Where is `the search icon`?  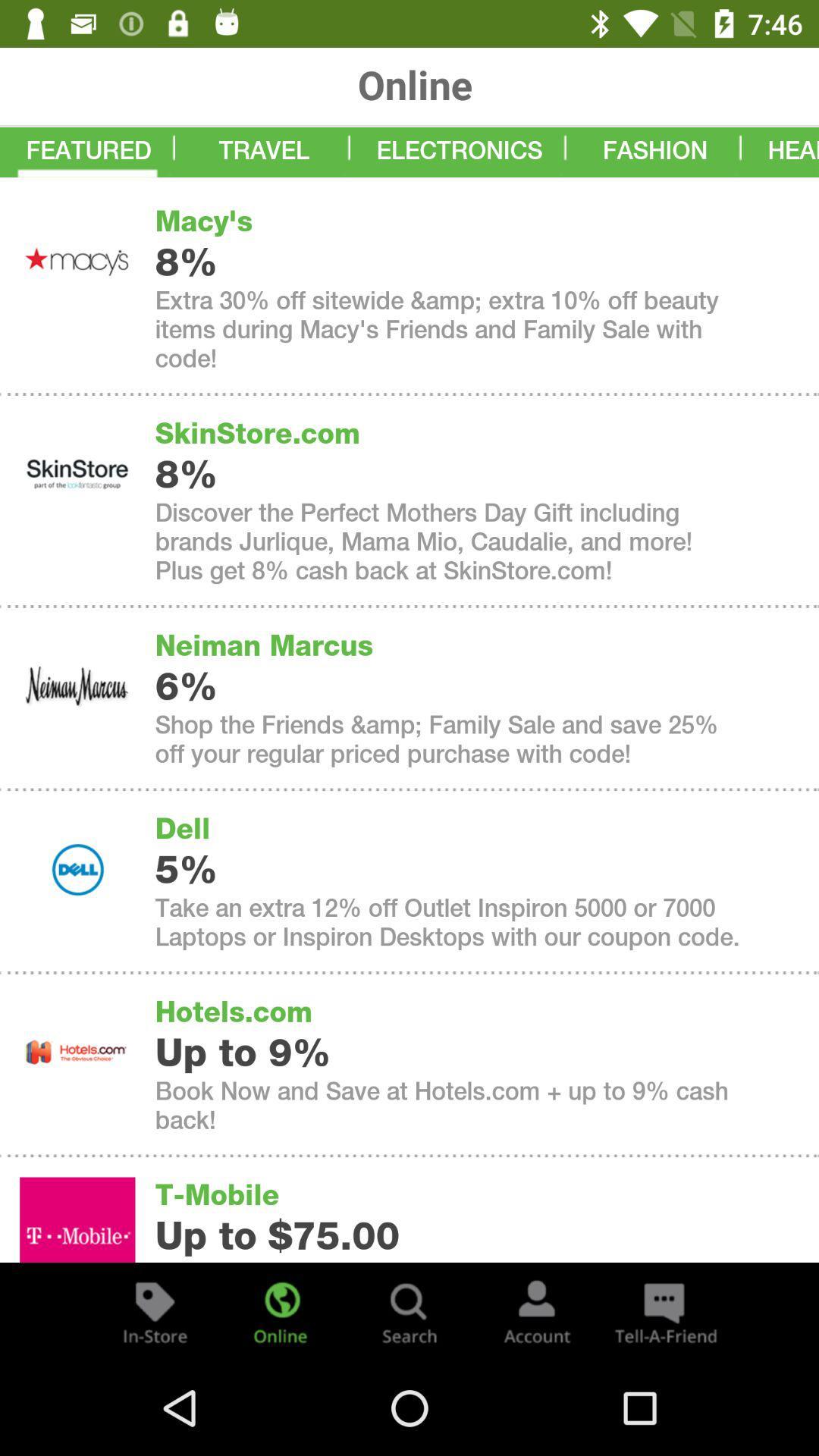
the search icon is located at coordinates (409, 1310).